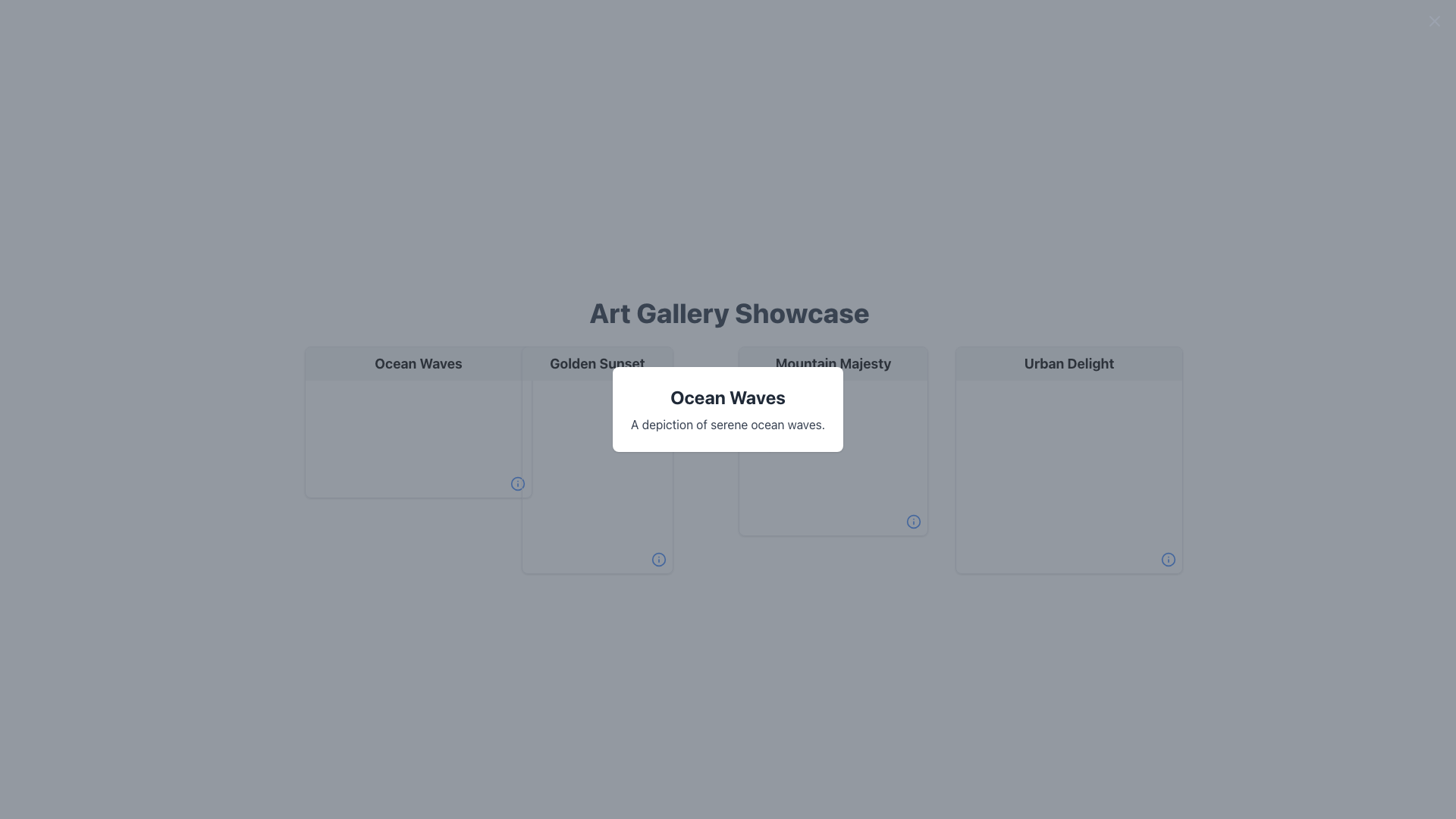  I want to click on the interactive information icon located in the bottom-right corner of the 'Mountain Majesty' card, so click(912, 520).